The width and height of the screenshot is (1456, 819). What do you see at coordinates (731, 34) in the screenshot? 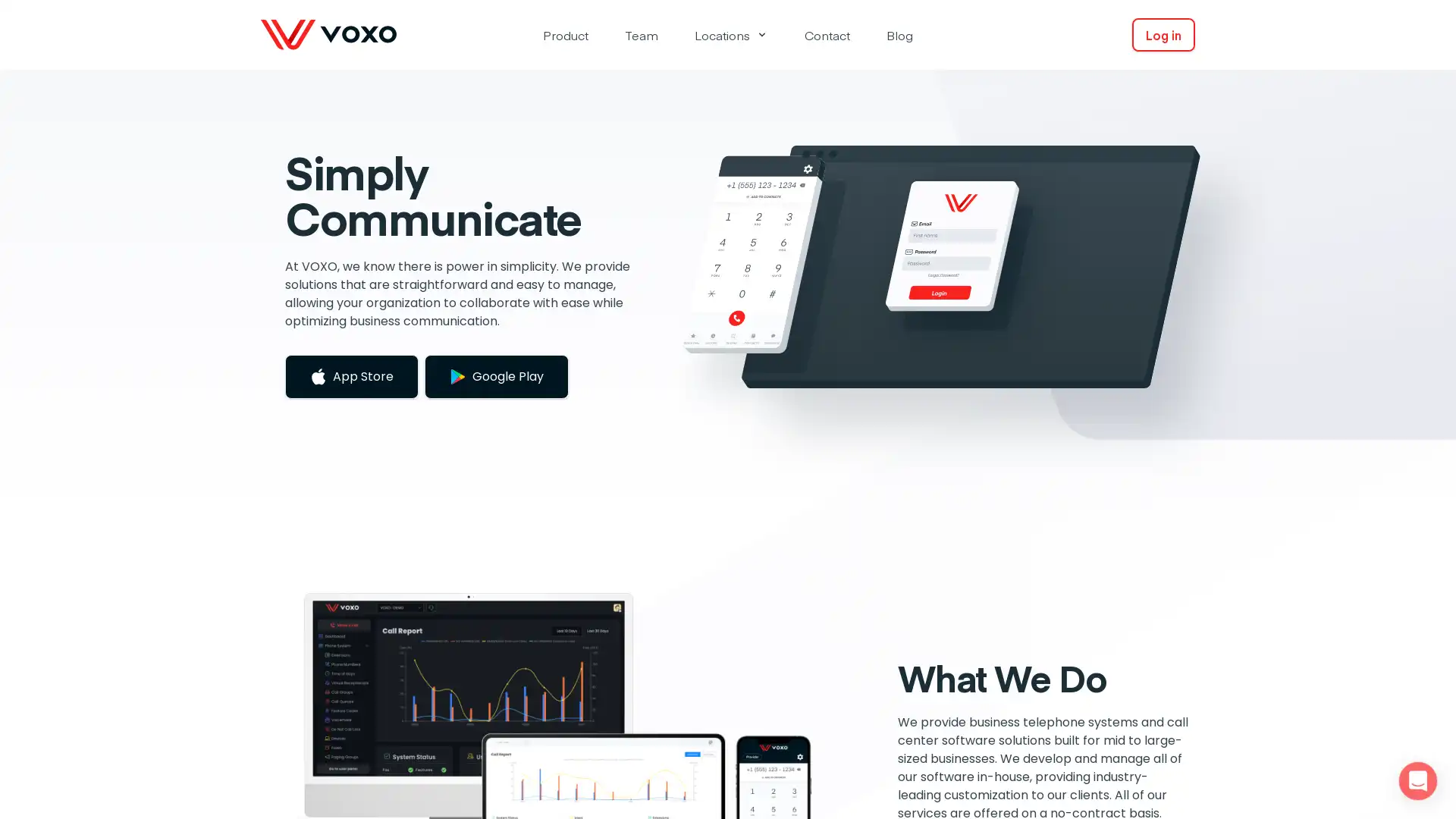
I see `Locations` at bounding box center [731, 34].